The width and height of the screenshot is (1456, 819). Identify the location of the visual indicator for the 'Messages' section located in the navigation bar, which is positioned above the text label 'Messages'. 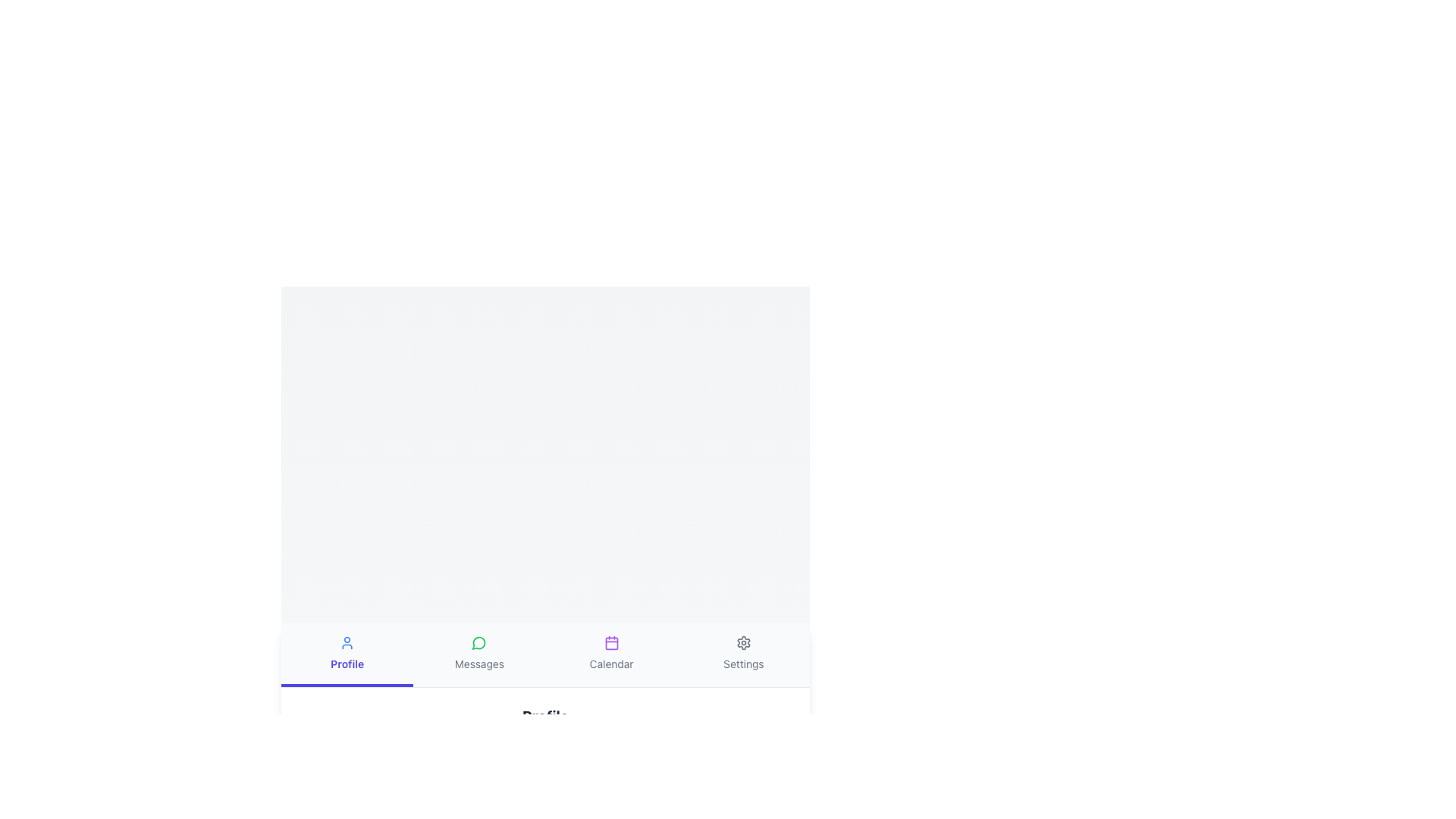
(479, 642).